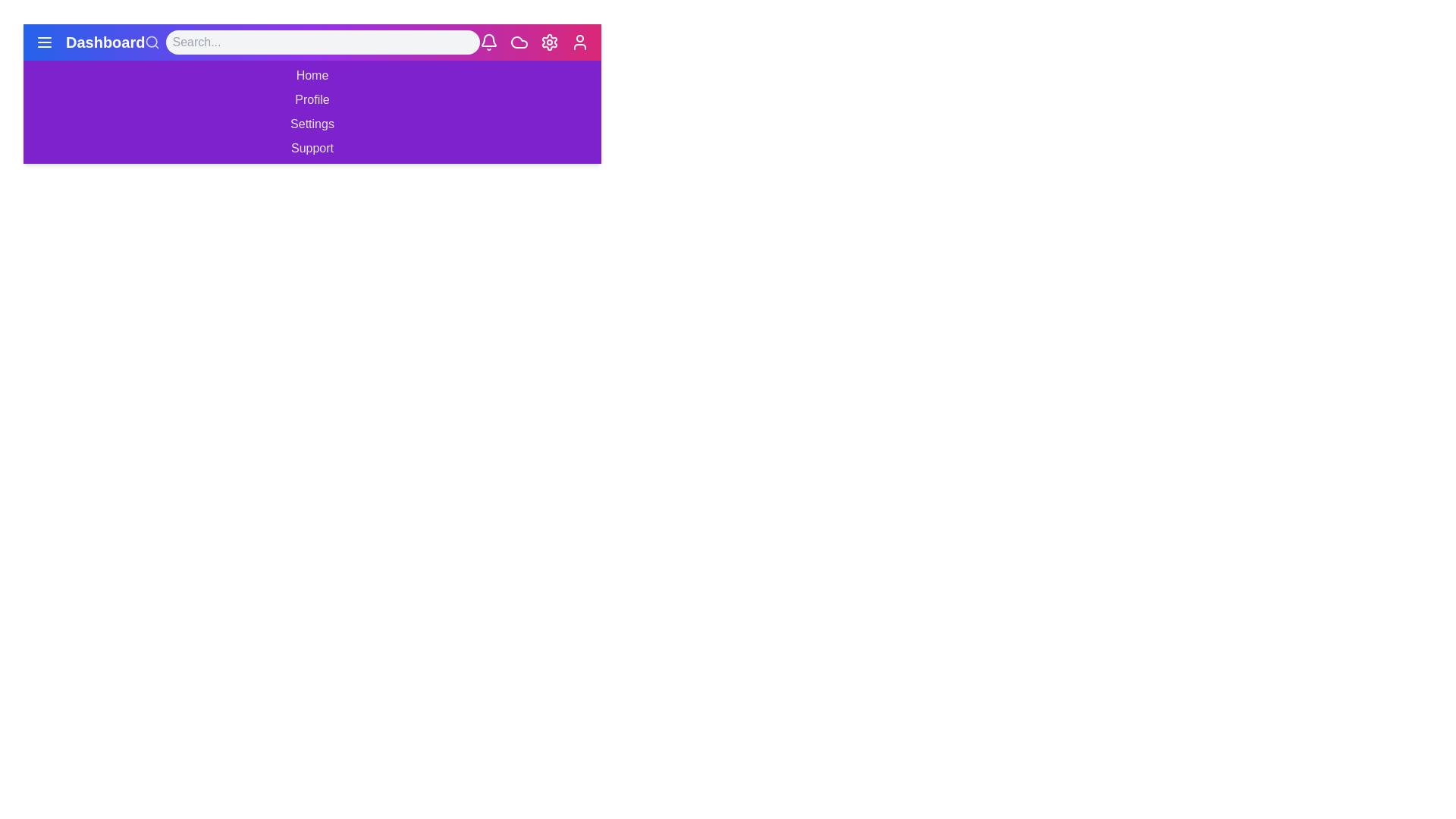 This screenshot has width=1456, height=819. What do you see at coordinates (548, 42) in the screenshot?
I see `the settings icon in the app bar` at bounding box center [548, 42].